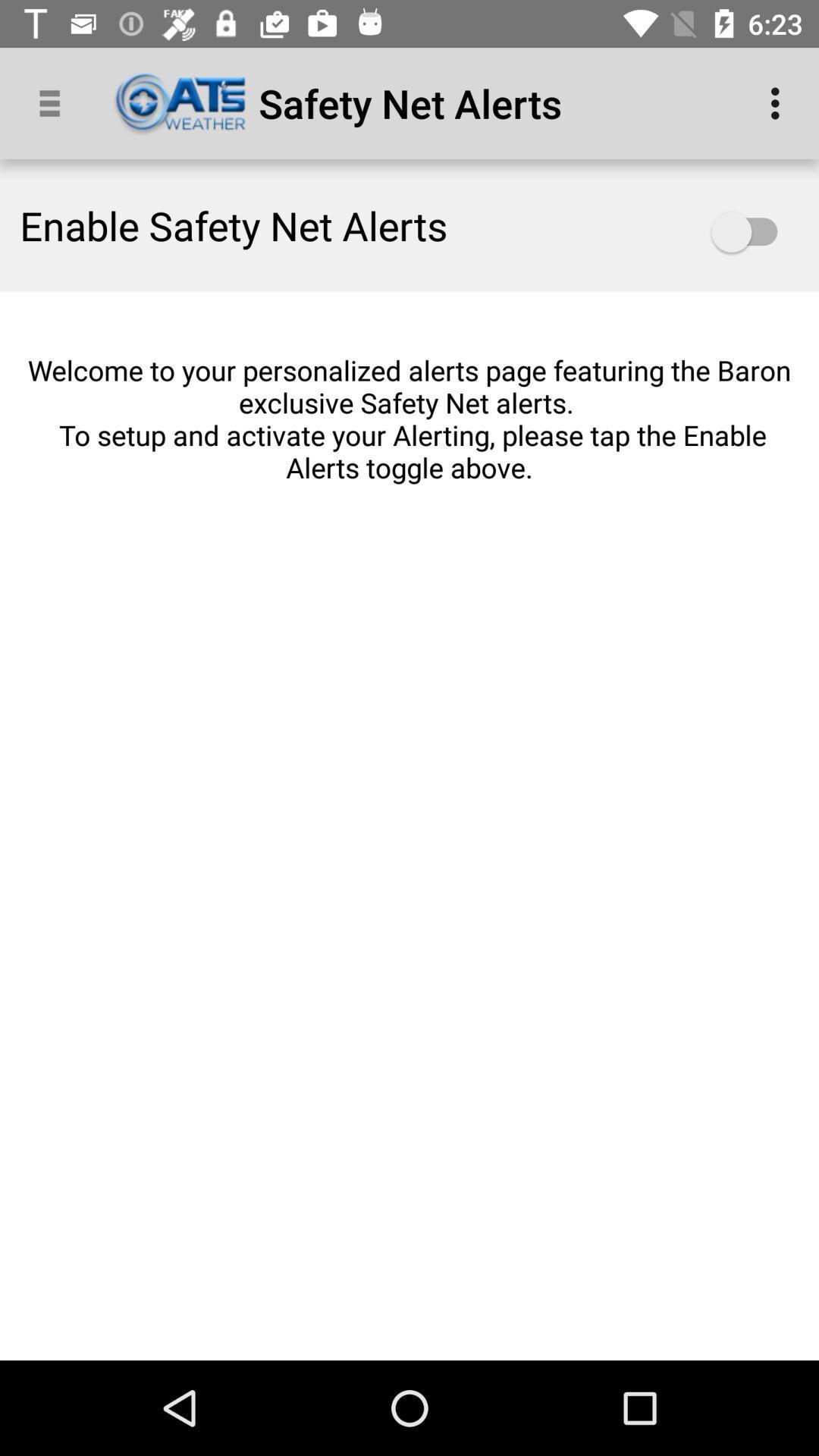  What do you see at coordinates (779, 102) in the screenshot?
I see `app to the right of the safety net alerts app` at bounding box center [779, 102].